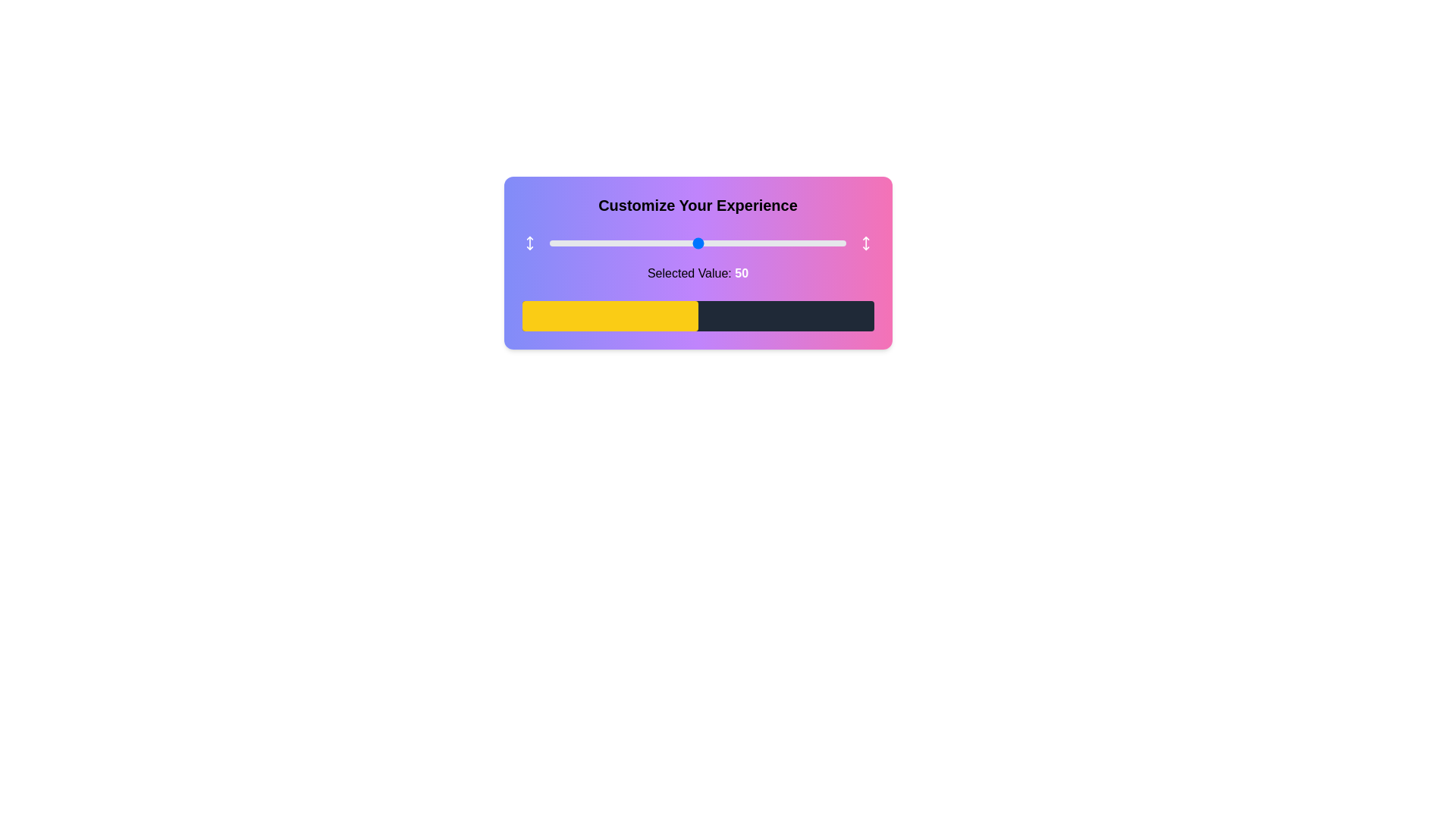  I want to click on the slider to set its value to 18, so click(602, 242).